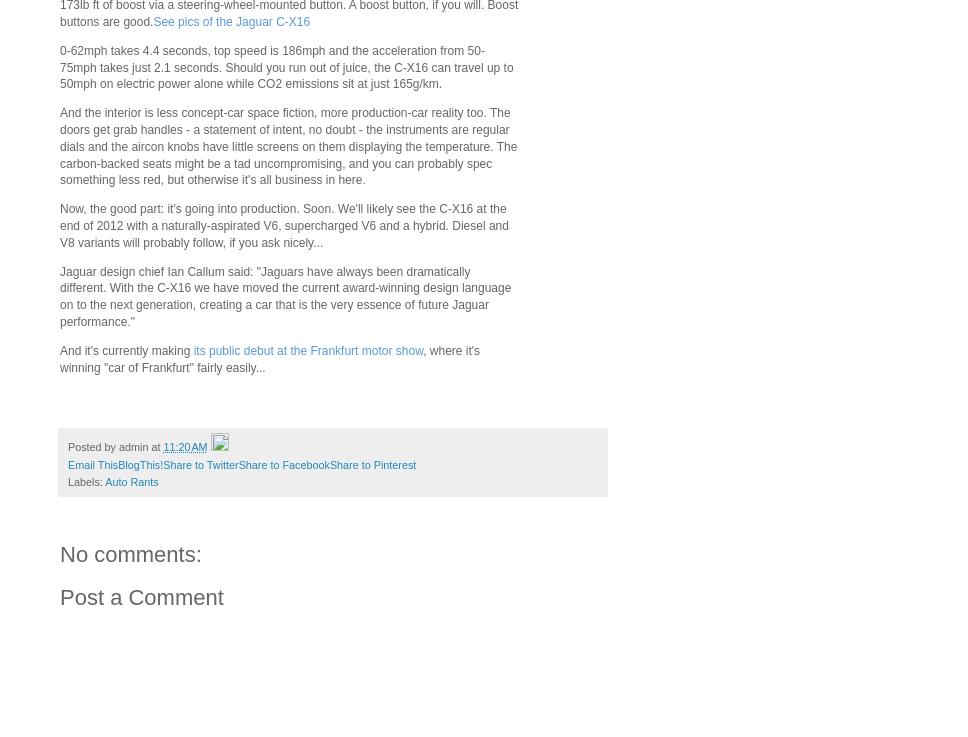 The image size is (968, 737). Describe the element at coordinates (139, 464) in the screenshot. I see `'BlogThis!'` at that location.